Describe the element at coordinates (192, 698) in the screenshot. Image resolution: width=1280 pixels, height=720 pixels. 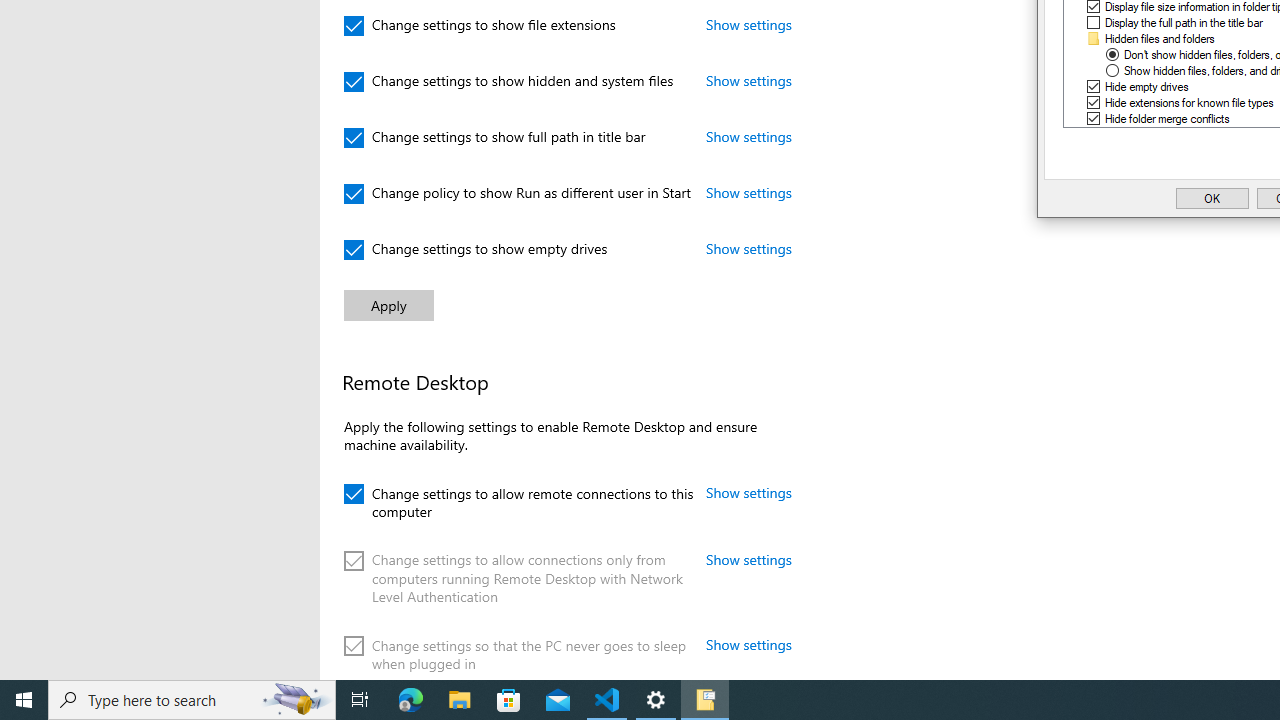
I see `'Type here to search'` at that location.